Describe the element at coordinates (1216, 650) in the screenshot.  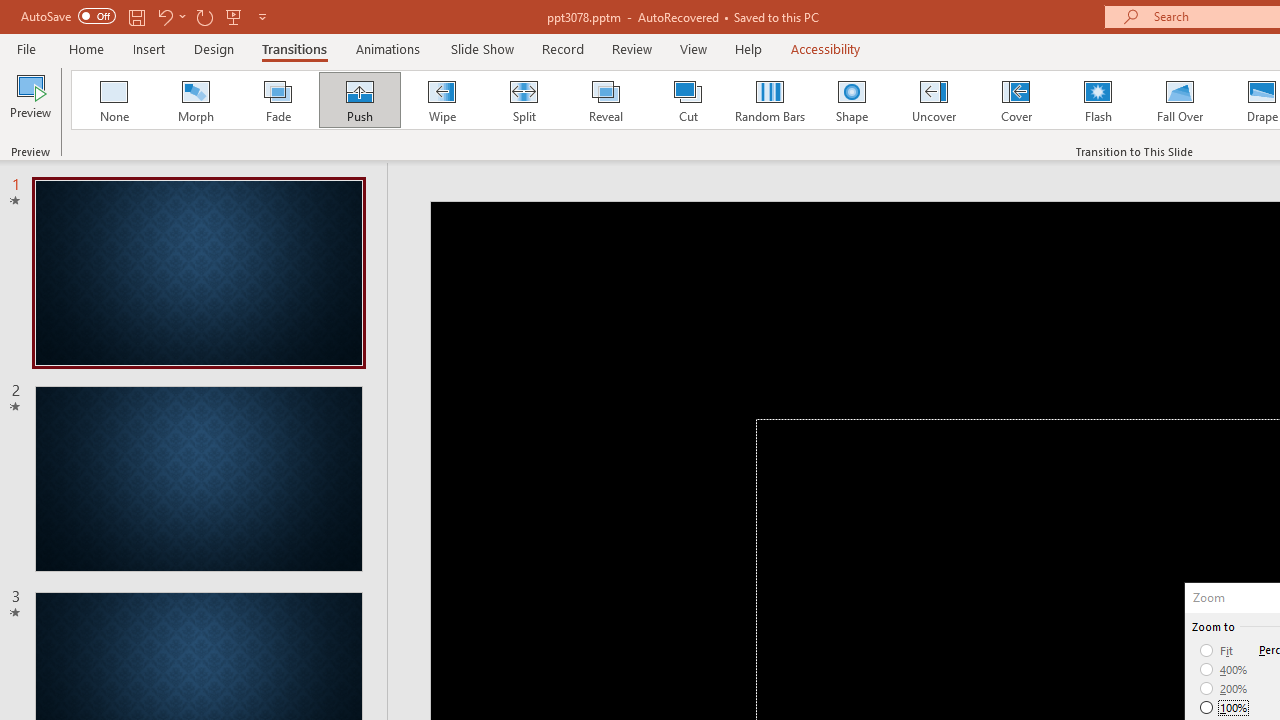
I see `'Fit'` at that location.